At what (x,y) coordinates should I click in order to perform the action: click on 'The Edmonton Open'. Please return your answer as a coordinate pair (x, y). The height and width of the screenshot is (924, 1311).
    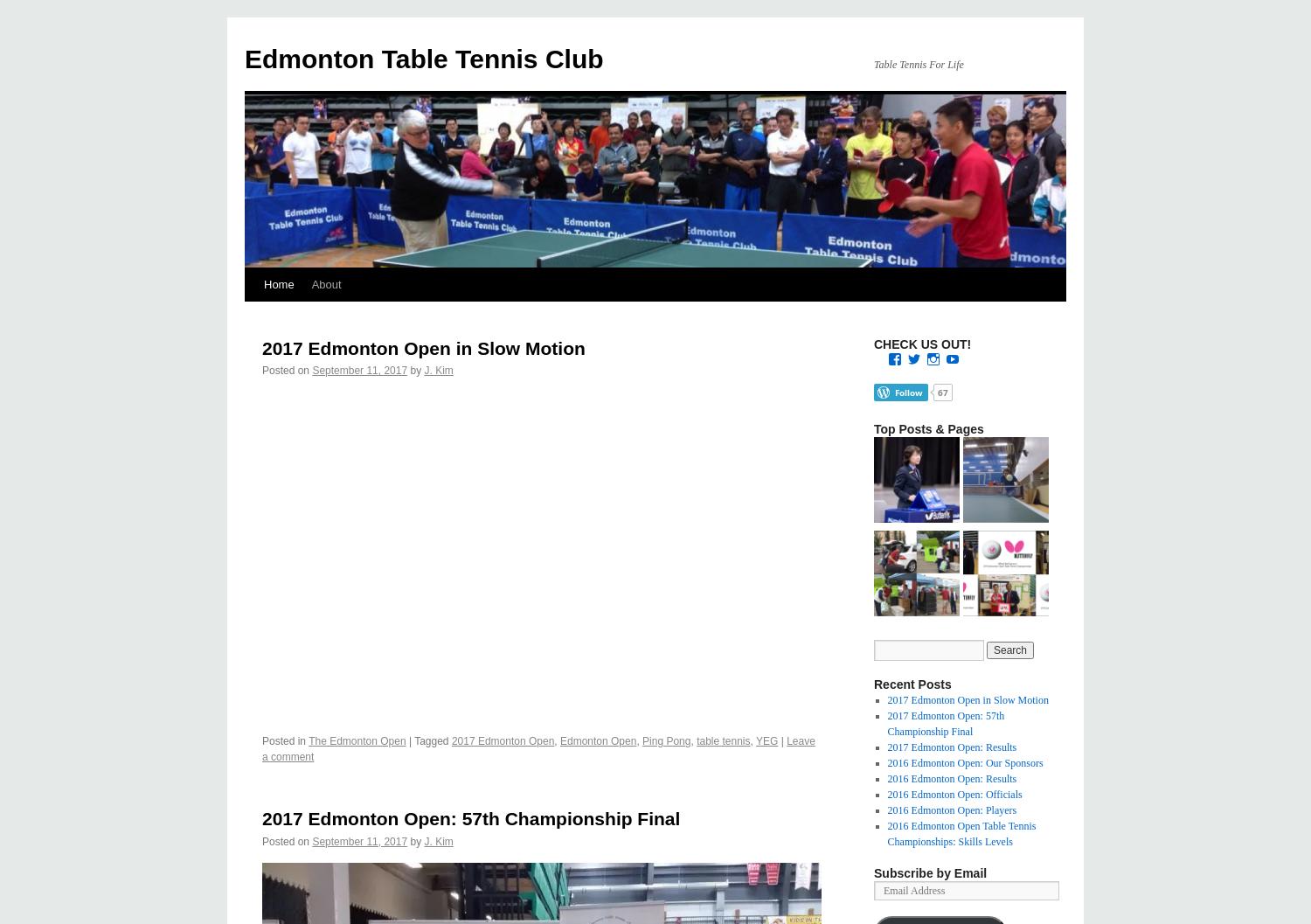
    Looking at the image, I should click on (357, 740).